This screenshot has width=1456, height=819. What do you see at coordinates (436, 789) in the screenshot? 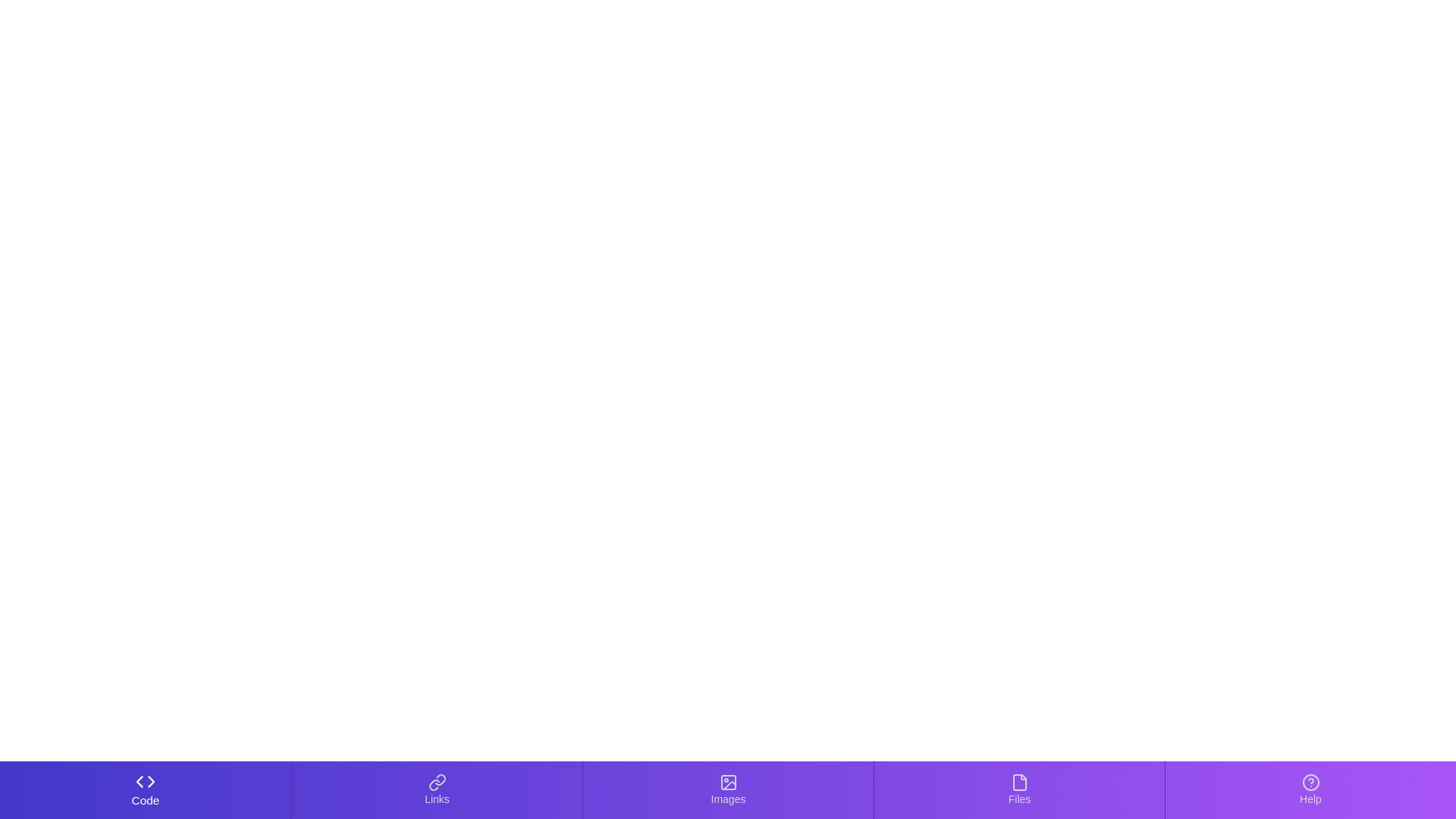
I see `the Links tab to activate it` at bounding box center [436, 789].